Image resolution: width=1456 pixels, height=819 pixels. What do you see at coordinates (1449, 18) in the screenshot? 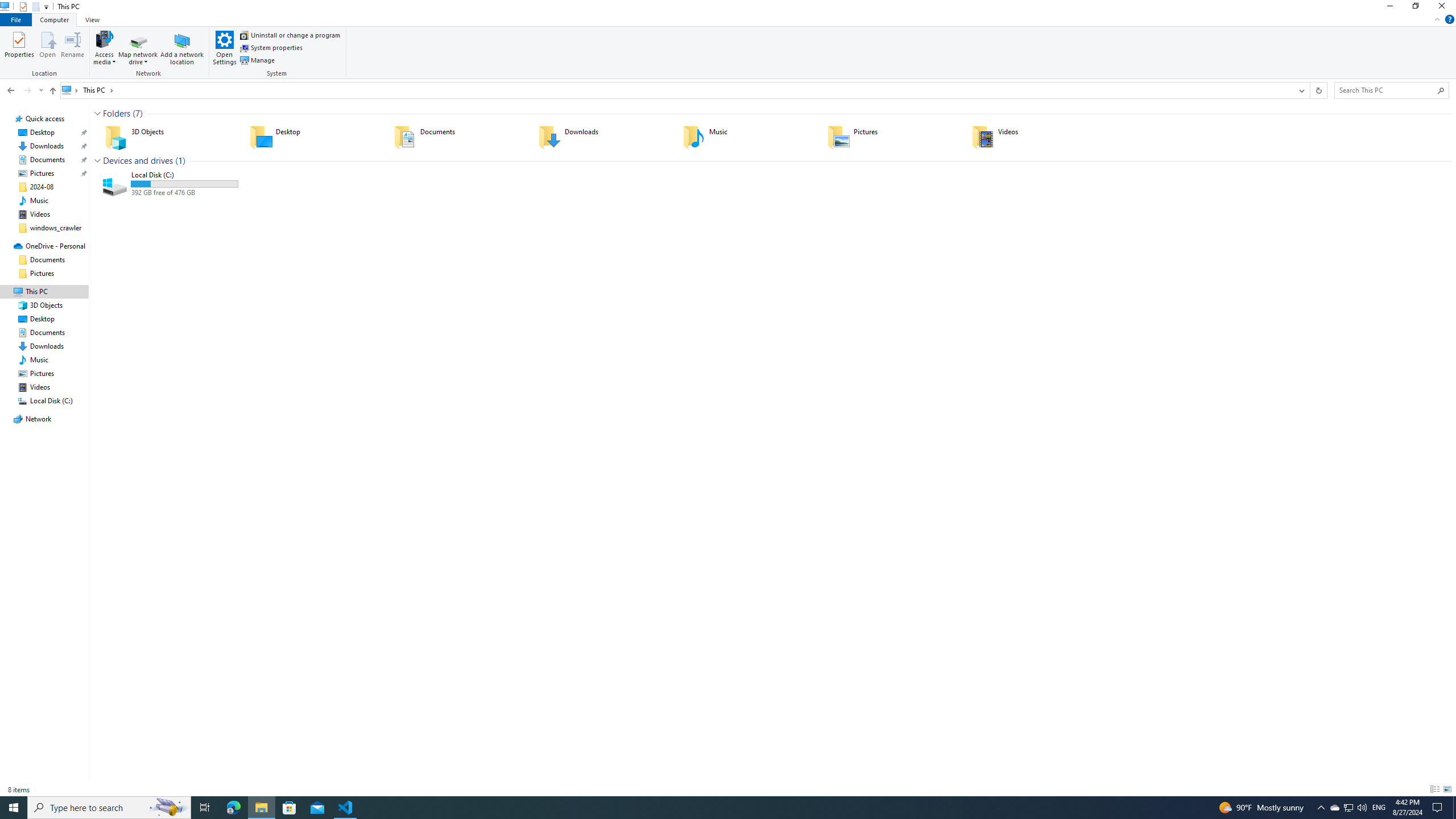
I see `'Help'` at bounding box center [1449, 18].